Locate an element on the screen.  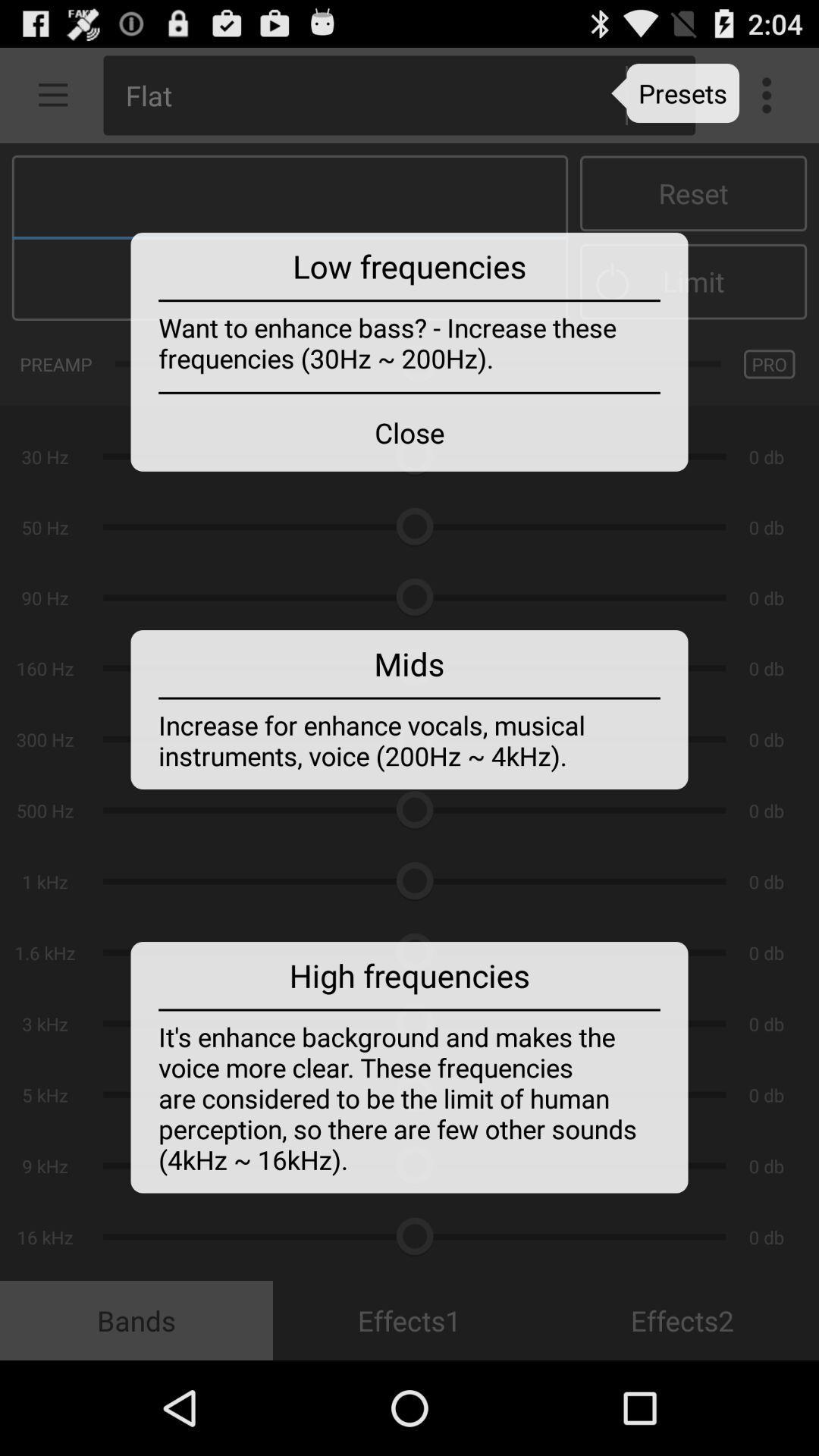
the close is located at coordinates (409, 431).